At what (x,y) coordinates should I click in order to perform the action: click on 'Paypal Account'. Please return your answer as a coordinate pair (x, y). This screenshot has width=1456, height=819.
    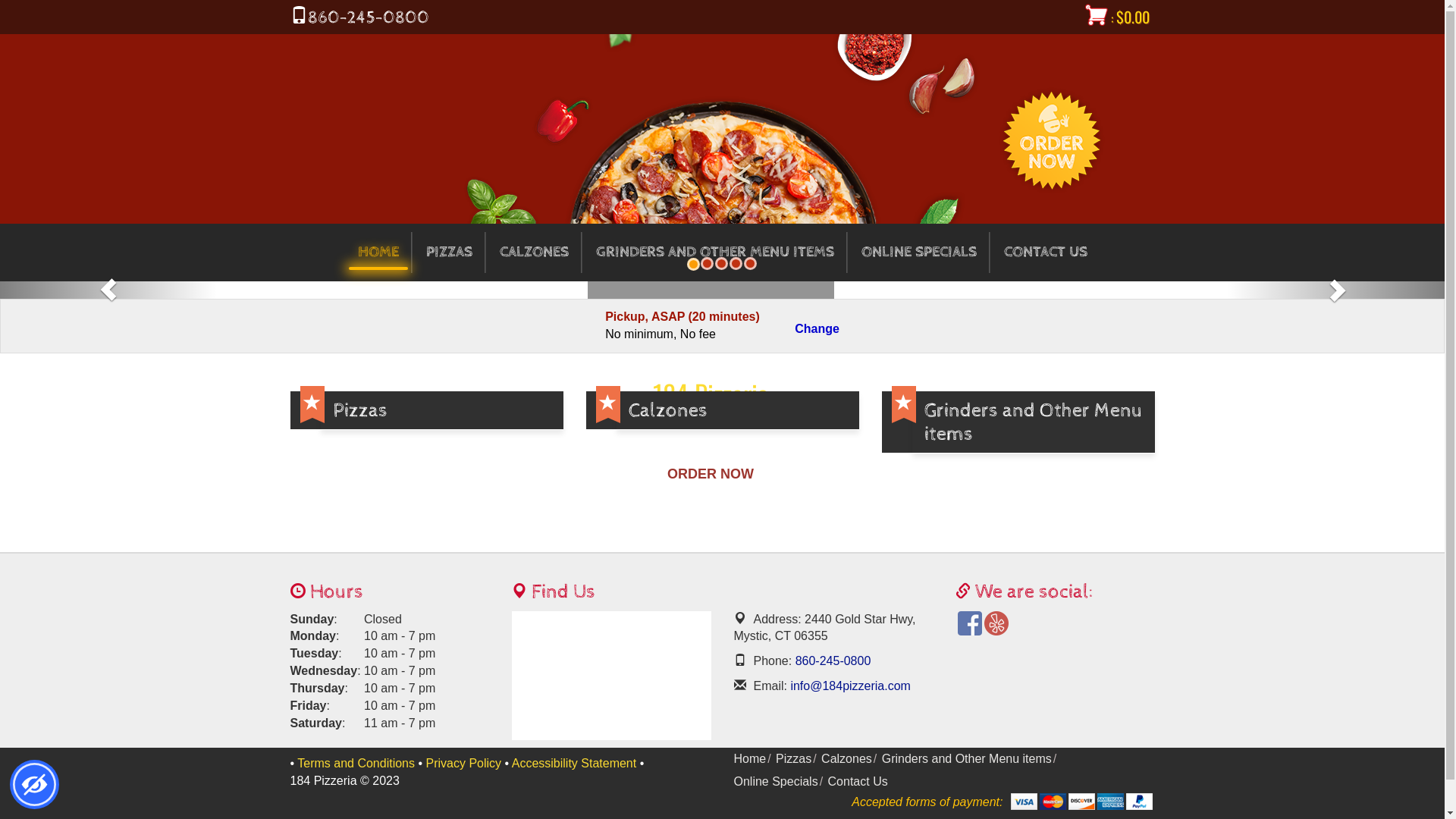
    Looking at the image, I should click on (1138, 800).